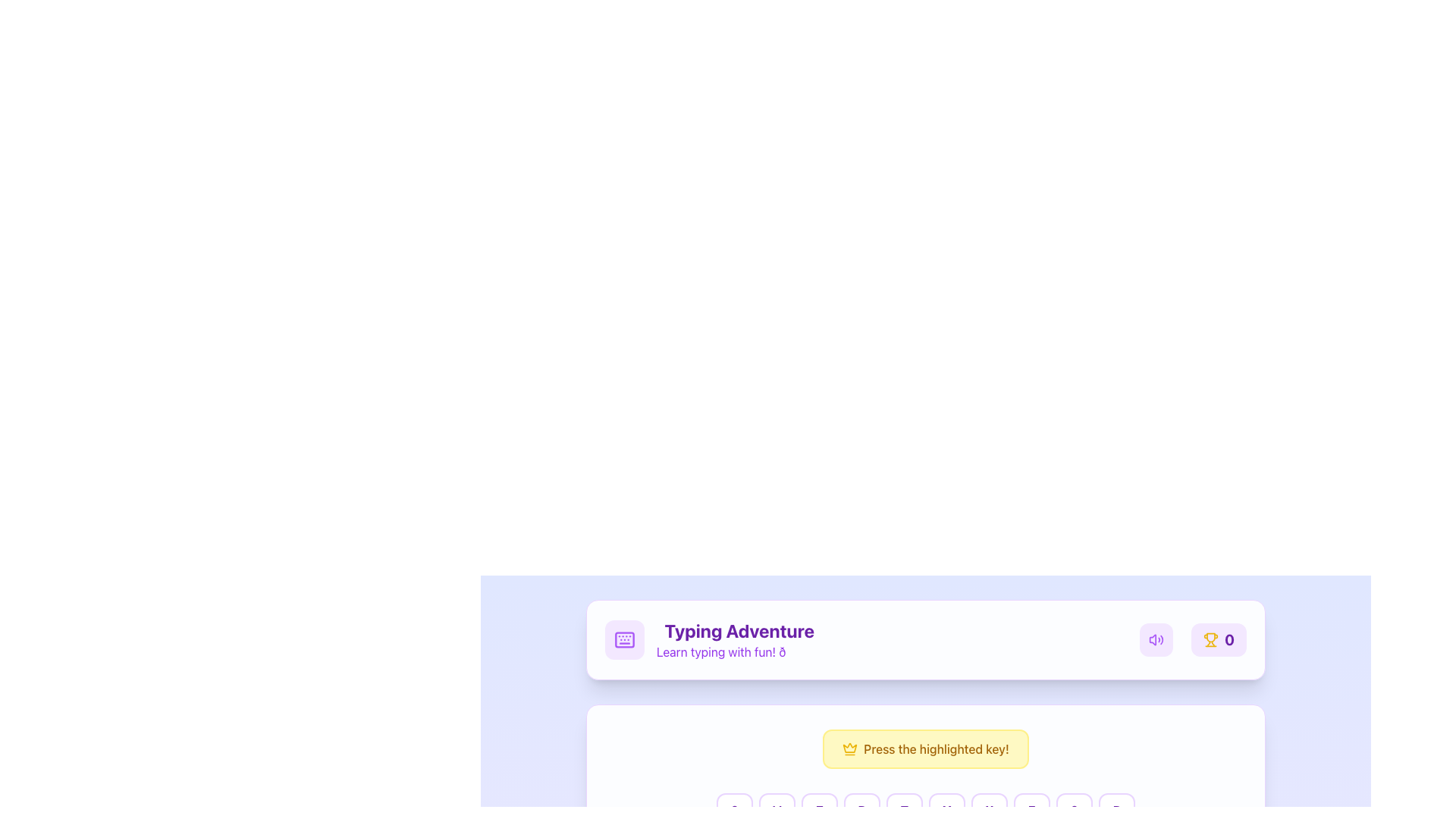  Describe the element at coordinates (625, 640) in the screenshot. I see `the rectangular graphical element within the purple-themed keyboard icon, which is located at the center of the icon, positioned to the left of the 'Typing Adventure' text box` at that location.